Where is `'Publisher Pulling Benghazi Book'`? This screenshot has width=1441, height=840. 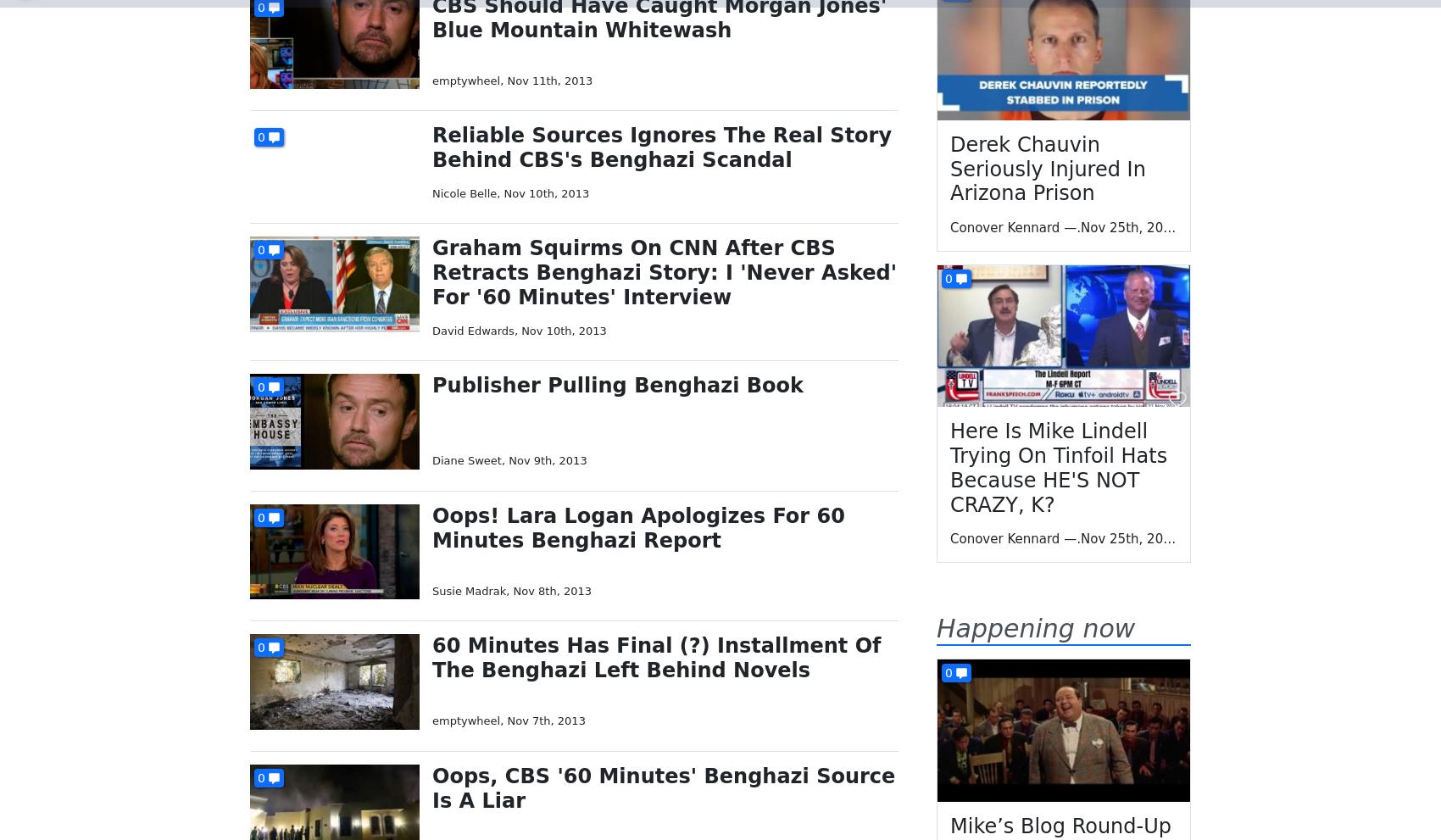
'Publisher Pulling Benghazi Book' is located at coordinates (617, 384).